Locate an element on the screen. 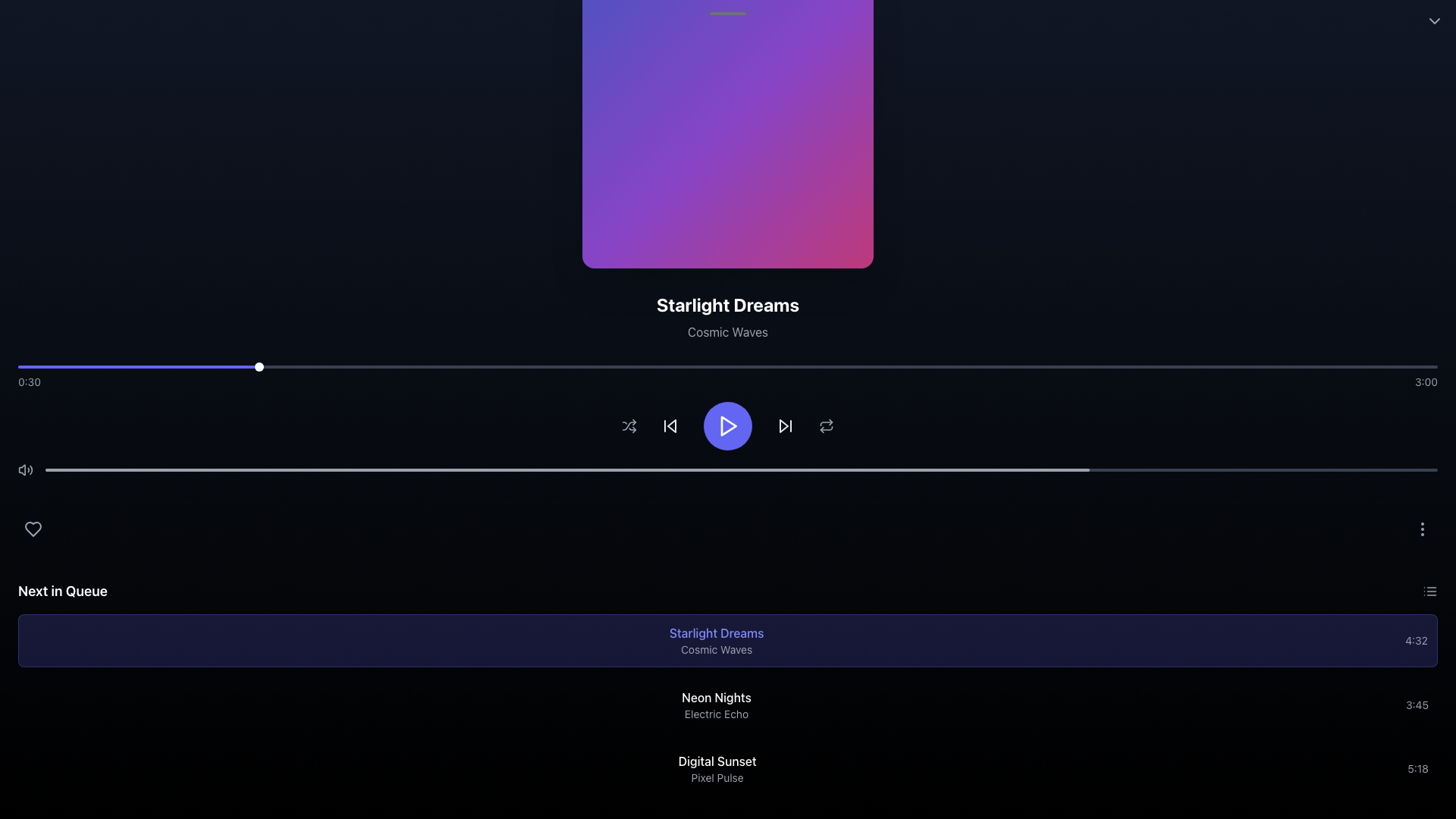 This screenshot has height=819, width=1456. the Text label that provides supplementary information about a media item in the 'Next in Queue' section, located directly below the larger text 'Neon Nights' is located at coordinates (716, 714).